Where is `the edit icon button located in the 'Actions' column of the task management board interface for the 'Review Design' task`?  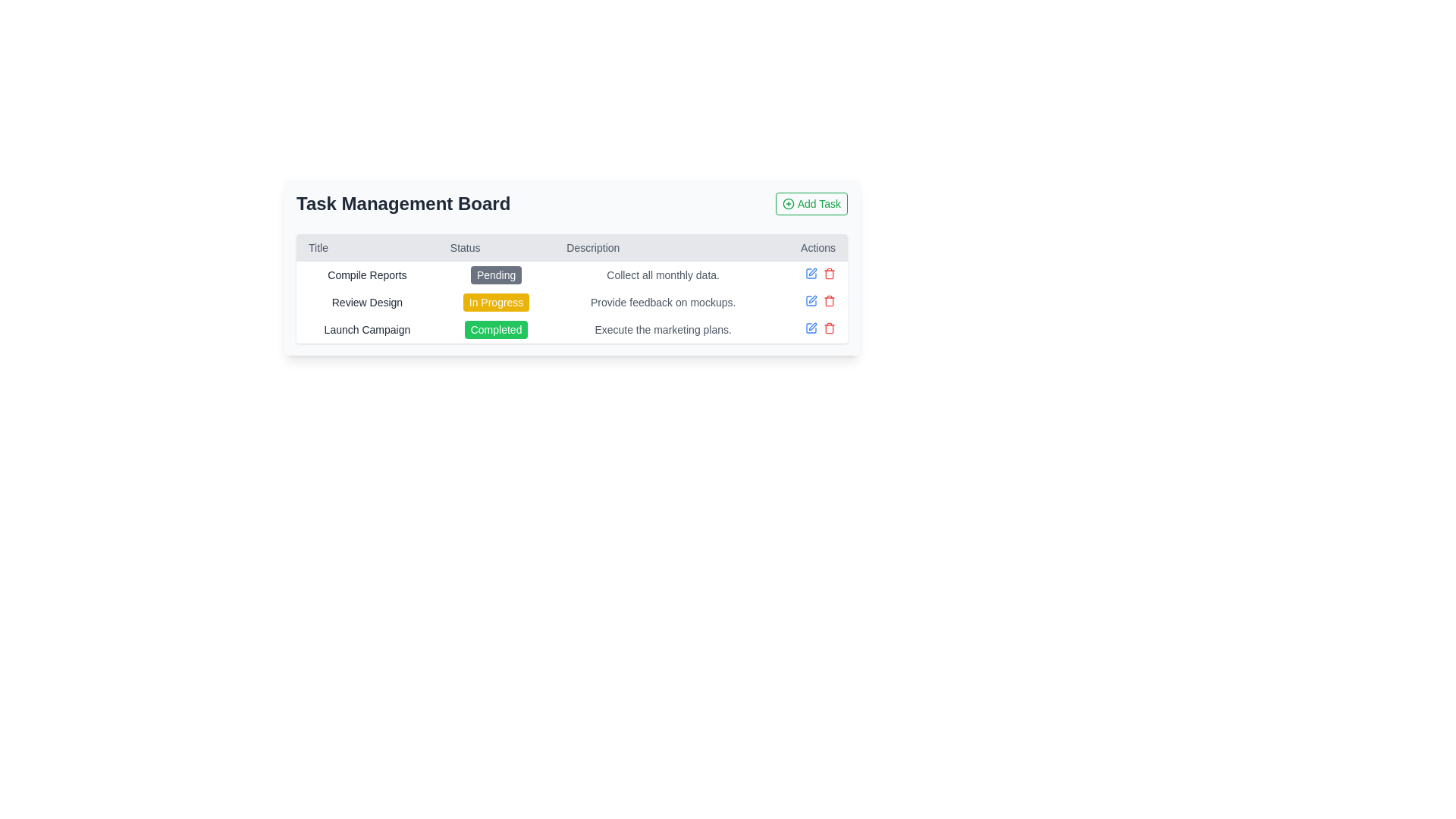
the edit icon button located in the 'Actions' column of the task management board interface for the 'Review Design' task is located at coordinates (811, 271).